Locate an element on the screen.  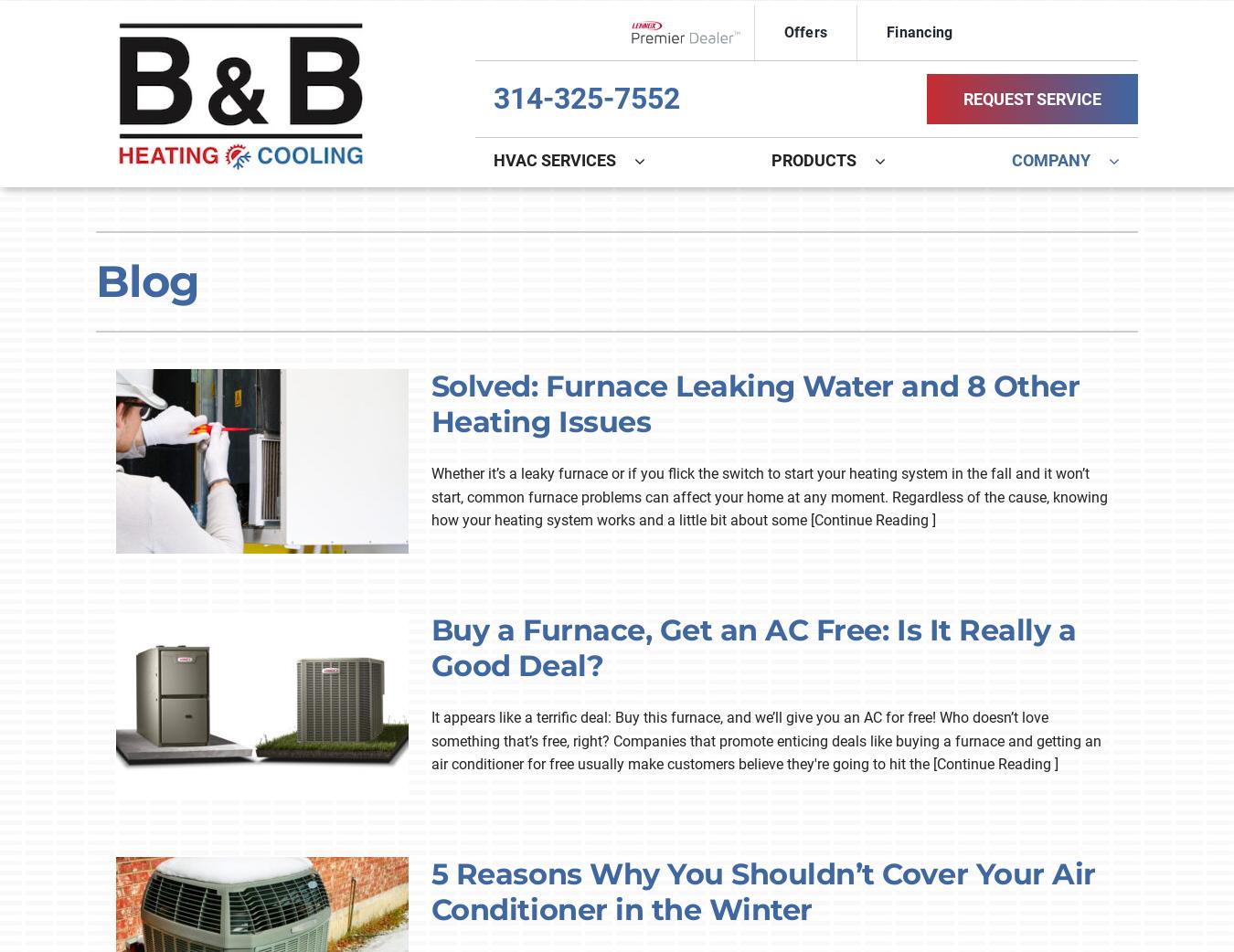
'Cooling' is located at coordinates (459, 217).